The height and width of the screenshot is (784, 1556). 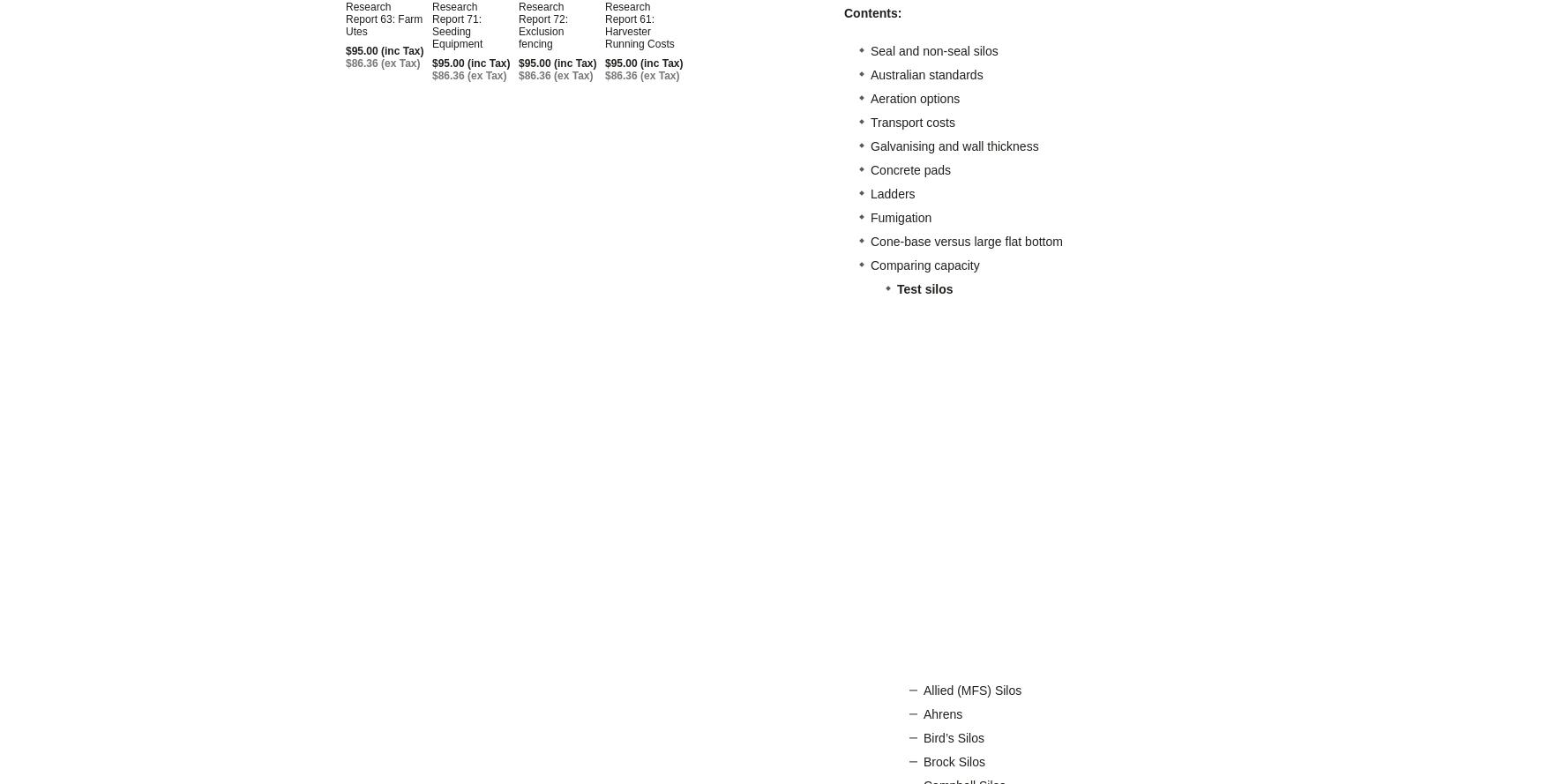 What do you see at coordinates (954, 761) in the screenshot?
I see `'Brock Silos'` at bounding box center [954, 761].